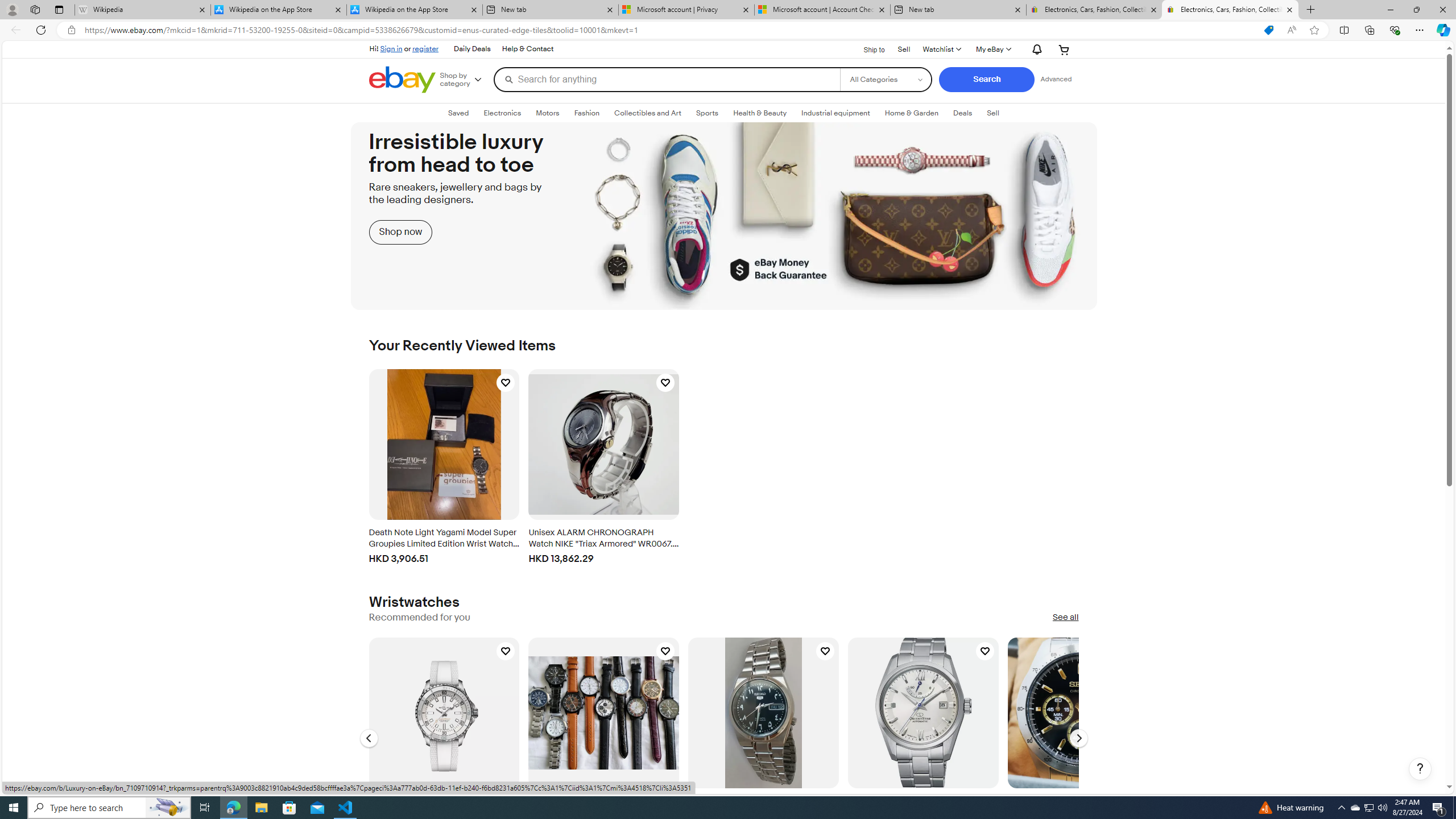 The image size is (1456, 819). I want to click on 'Daily Deals', so click(471, 49).